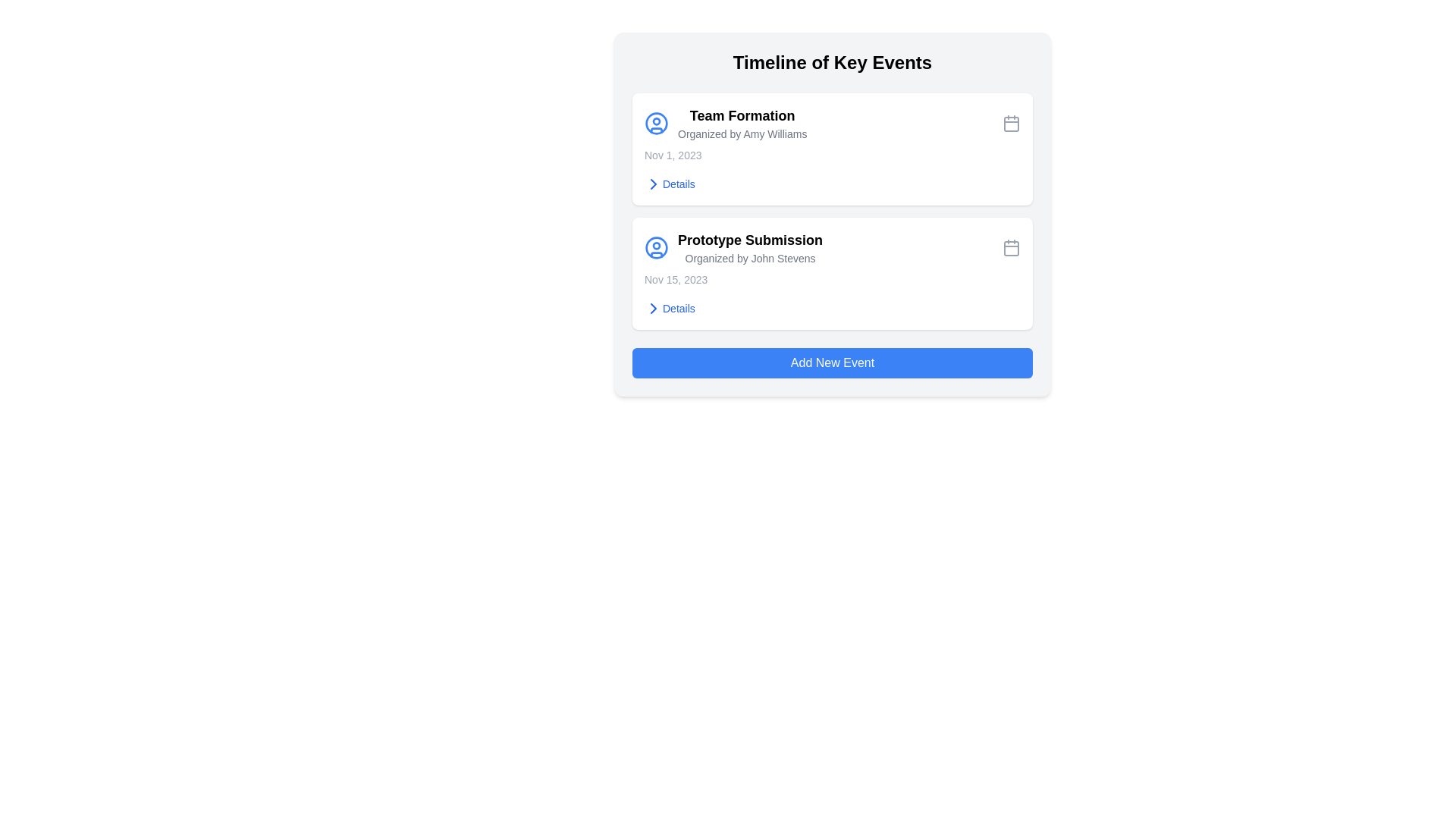 This screenshot has width=1456, height=819. Describe the element at coordinates (742, 133) in the screenshot. I see `information from the text label that reads 'Organized by Amy Williams', located below the 'Team Formation' title in the first event card` at that location.